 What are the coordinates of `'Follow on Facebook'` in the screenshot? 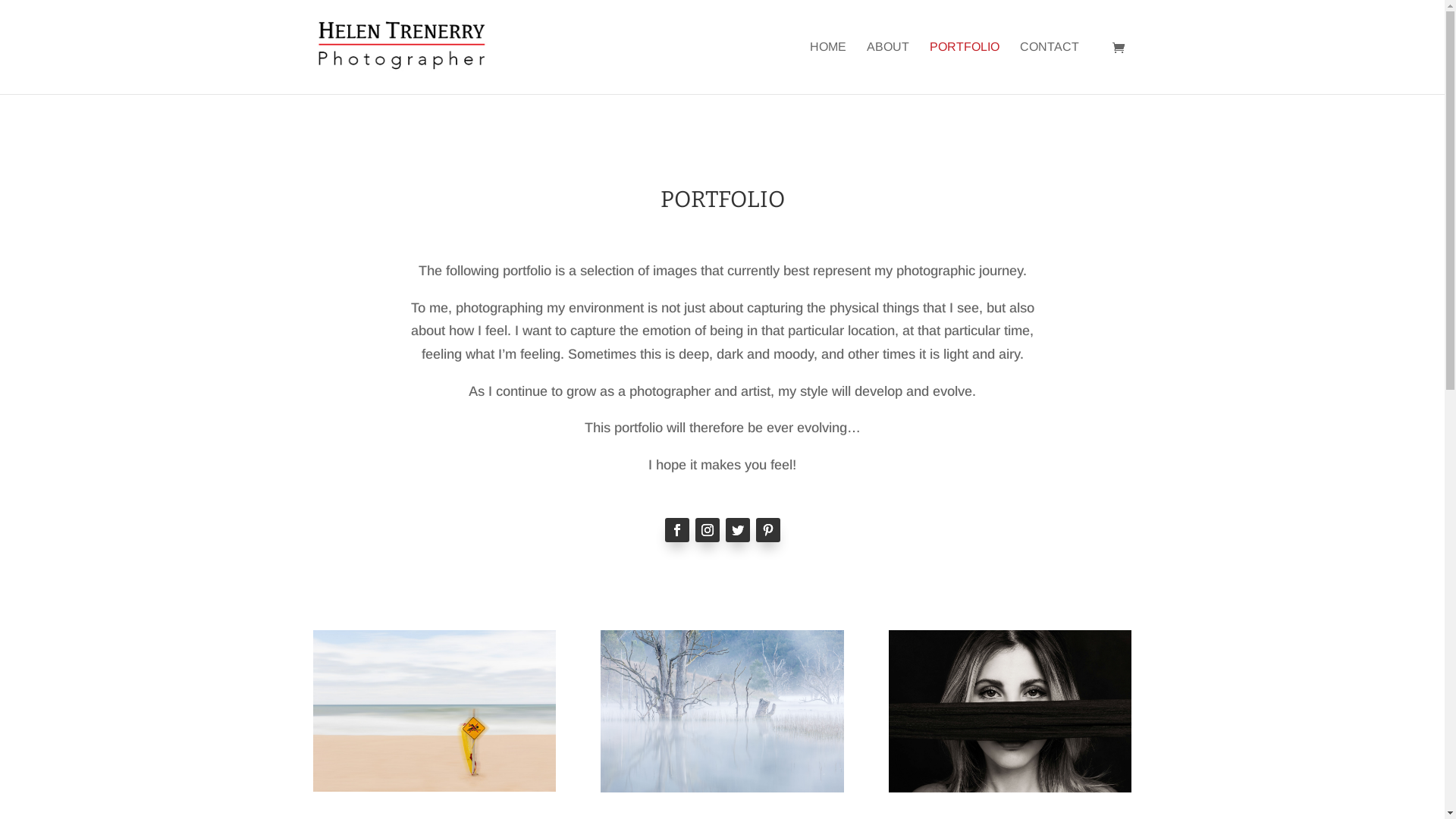 It's located at (676, 529).